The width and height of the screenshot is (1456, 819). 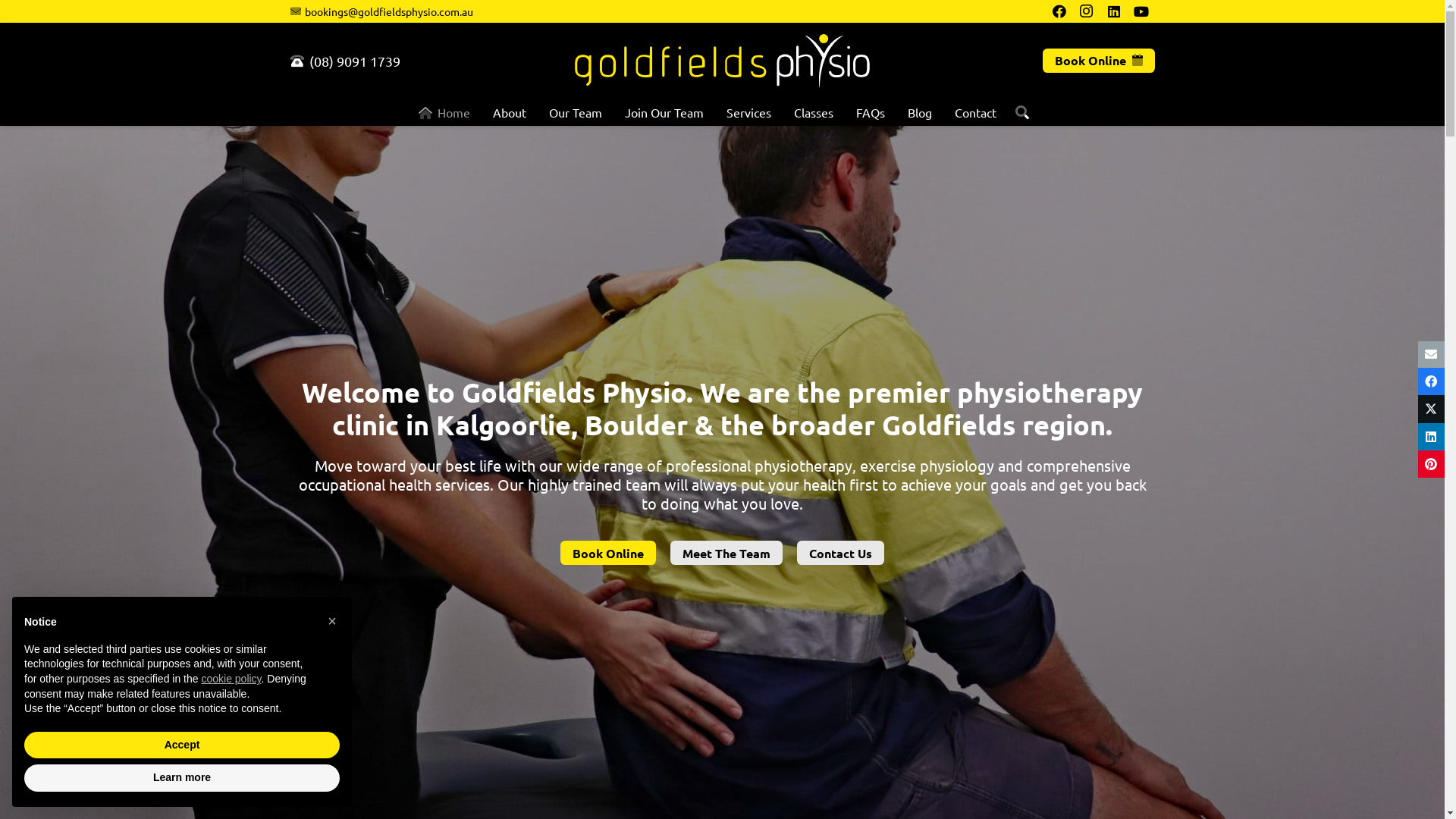 What do you see at coordinates (748, 111) in the screenshot?
I see `'Services'` at bounding box center [748, 111].